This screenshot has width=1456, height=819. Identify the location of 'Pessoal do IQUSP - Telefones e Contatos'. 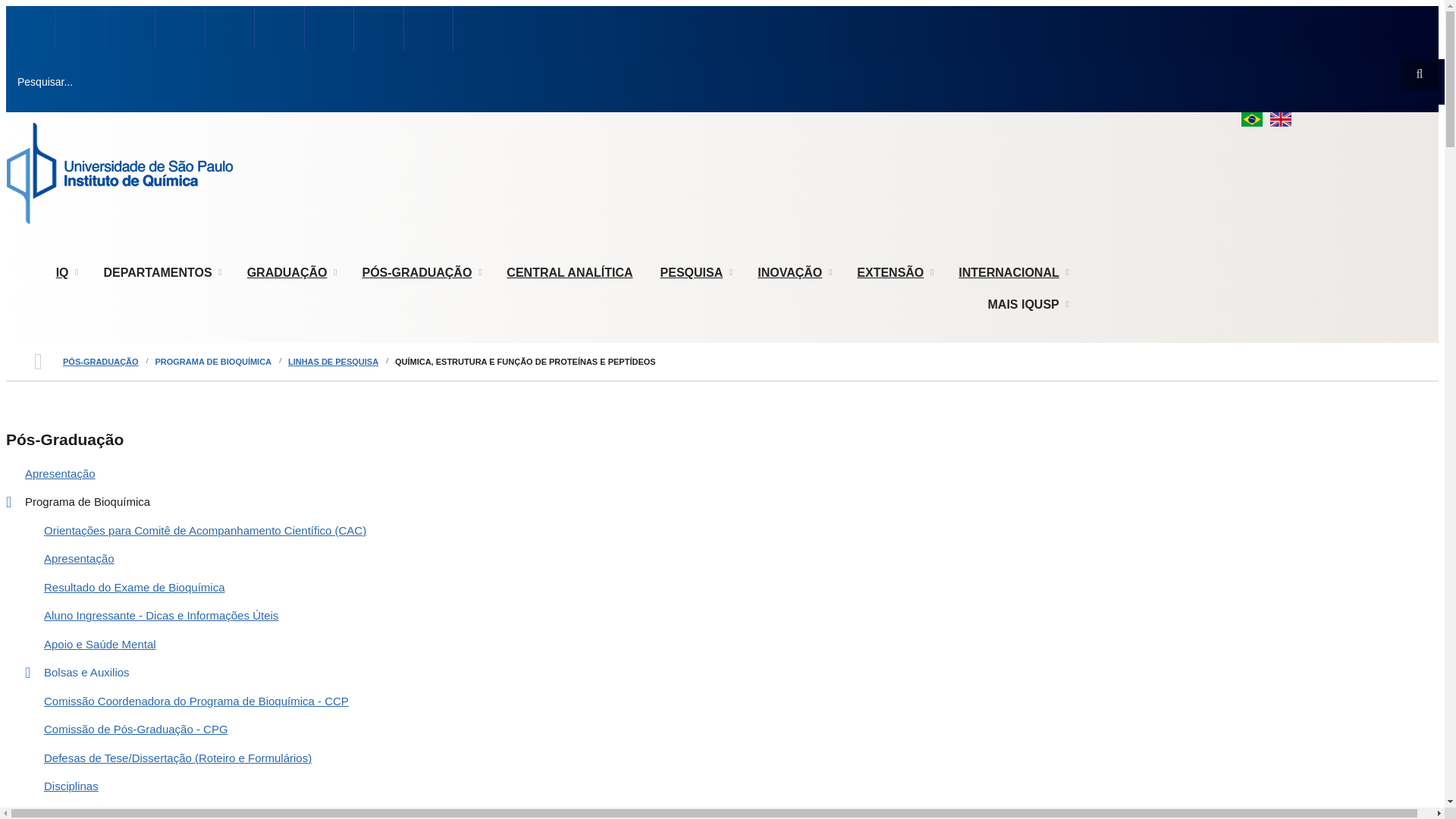
(79, 29).